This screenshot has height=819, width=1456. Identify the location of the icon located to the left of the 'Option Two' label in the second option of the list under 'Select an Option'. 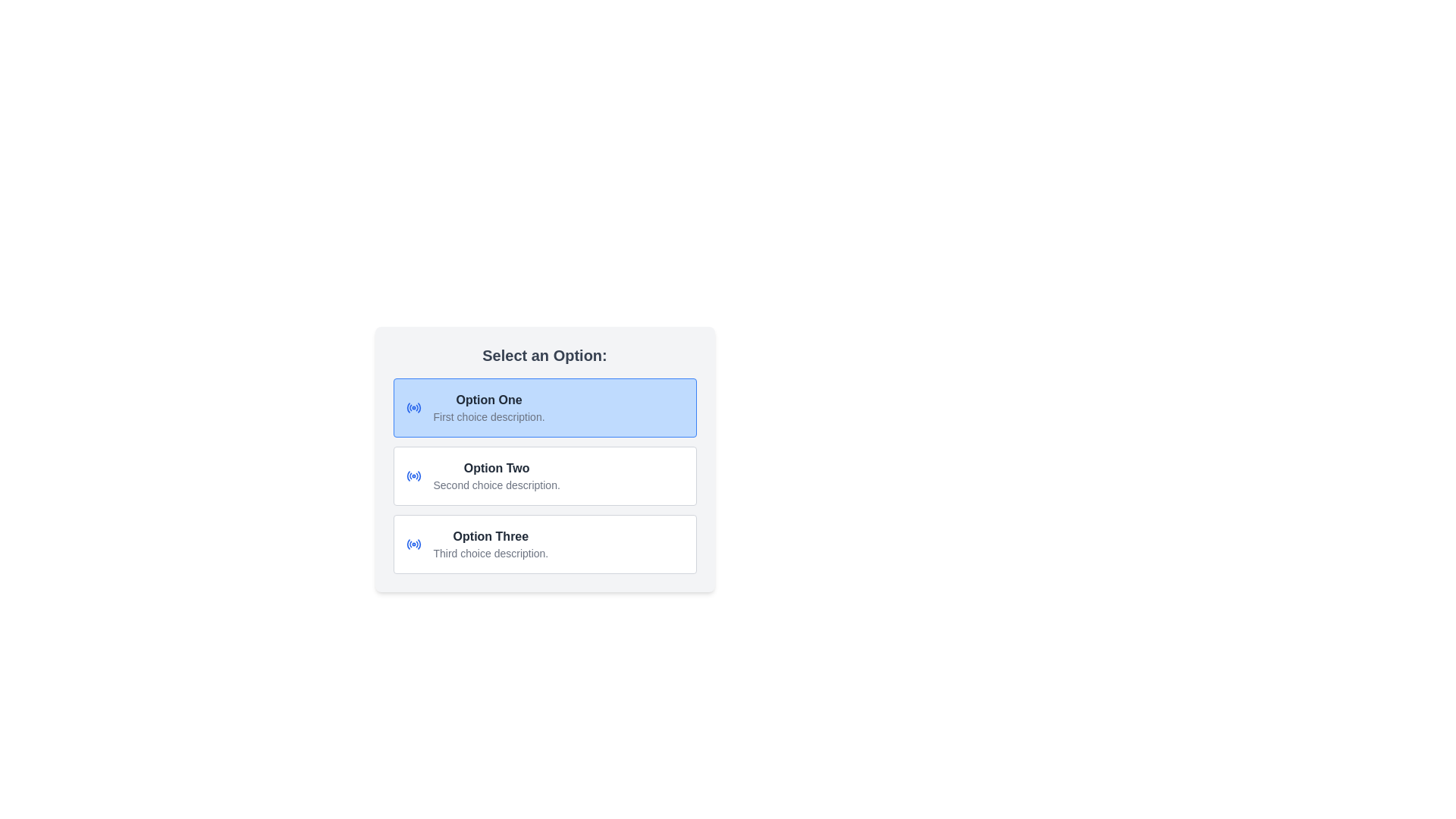
(413, 475).